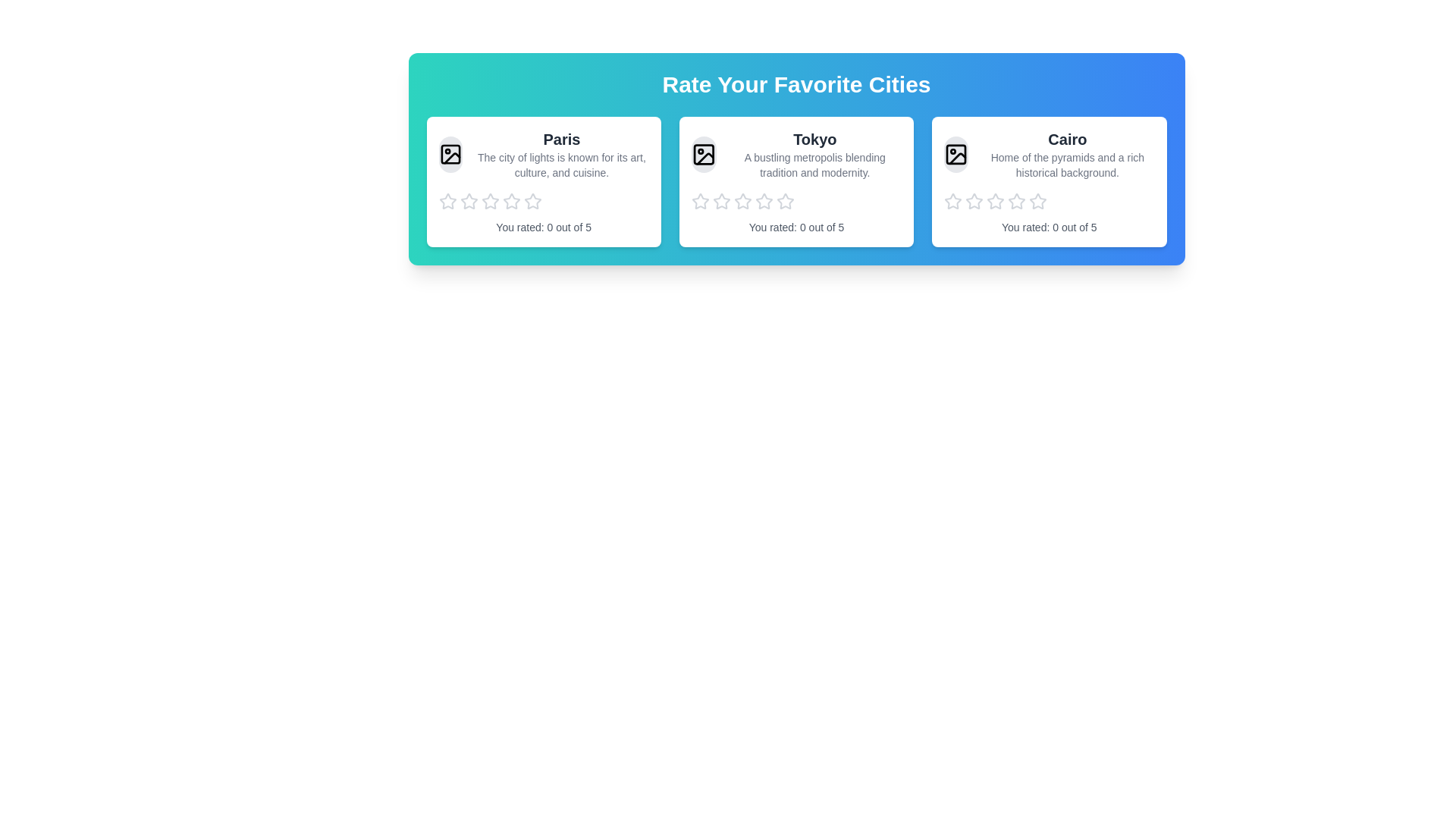 Image resolution: width=1456 pixels, height=819 pixels. I want to click on the SVG Icon depicting a mountain range with a glowing sky, centrally located within the circular icon area of the 'Tokyo' card in the second row of cards, so click(704, 158).